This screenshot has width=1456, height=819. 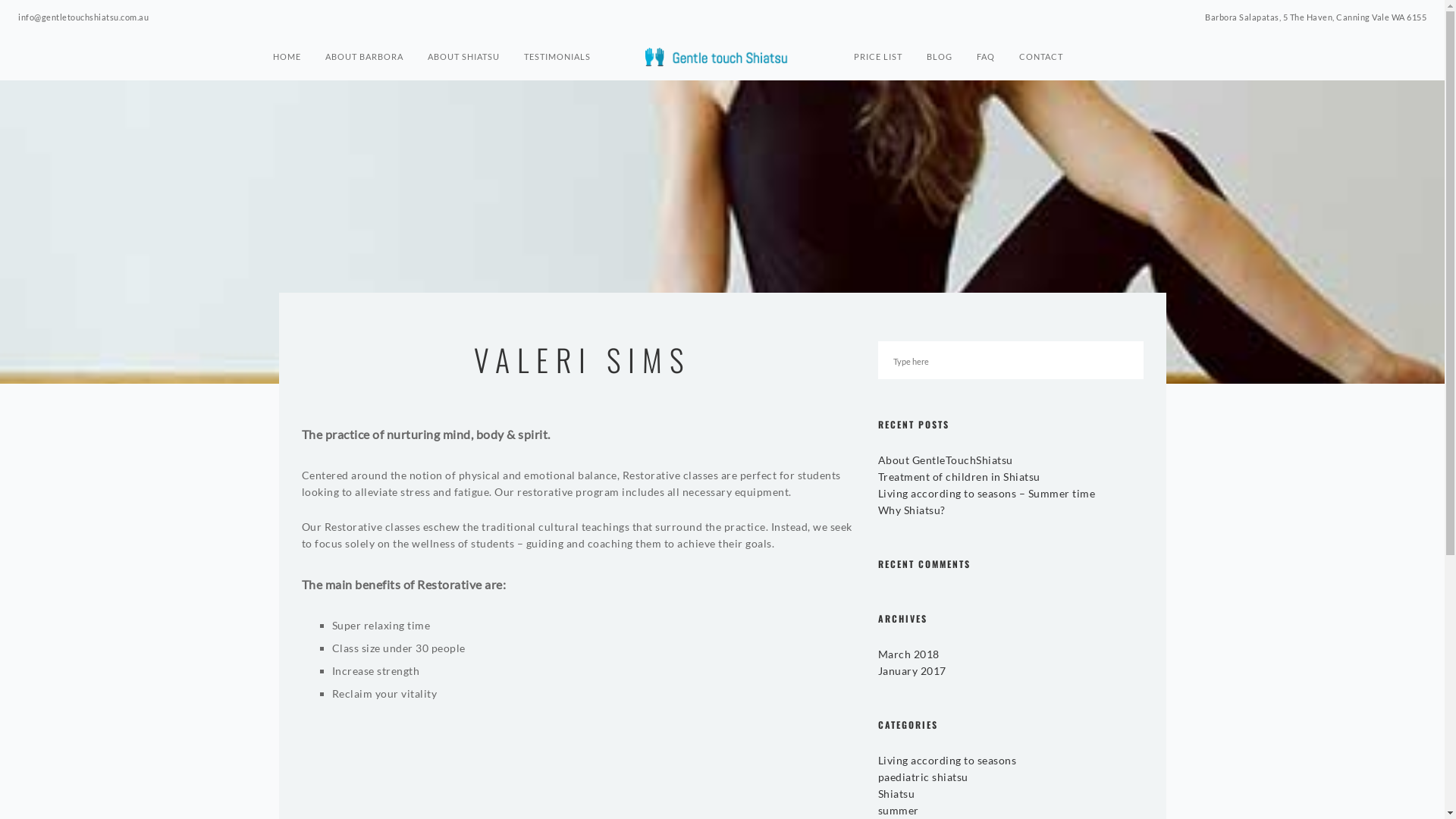 I want to click on 'PRICE LIST', so click(x=877, y=57).